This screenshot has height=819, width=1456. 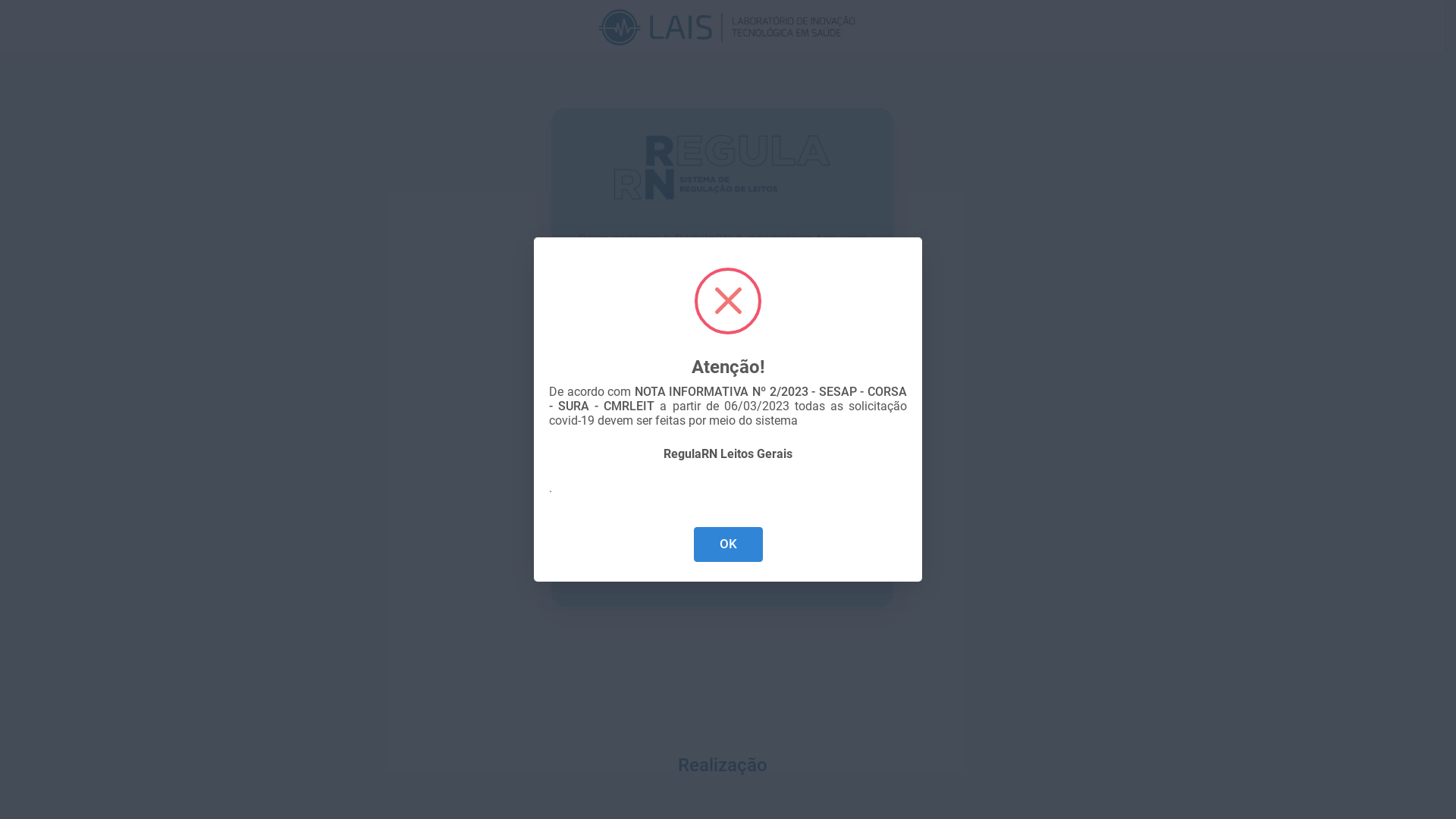 What do you see at coordinates (726, 544) in the screenshot?
I see `'OK'` at bounding box center [726, 544].